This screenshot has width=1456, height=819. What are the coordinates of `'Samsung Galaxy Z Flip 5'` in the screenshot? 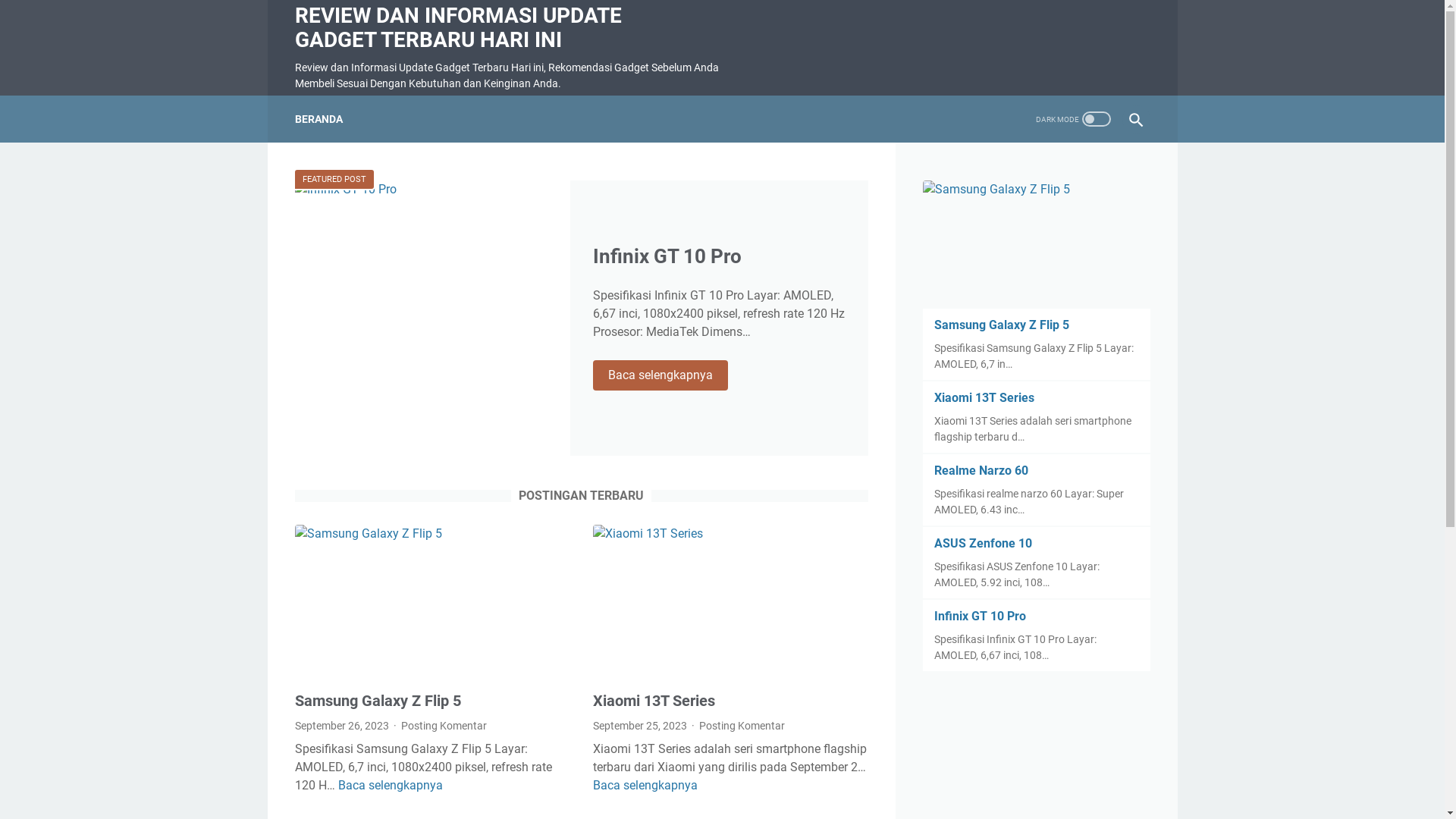 It's located at (934, 324).